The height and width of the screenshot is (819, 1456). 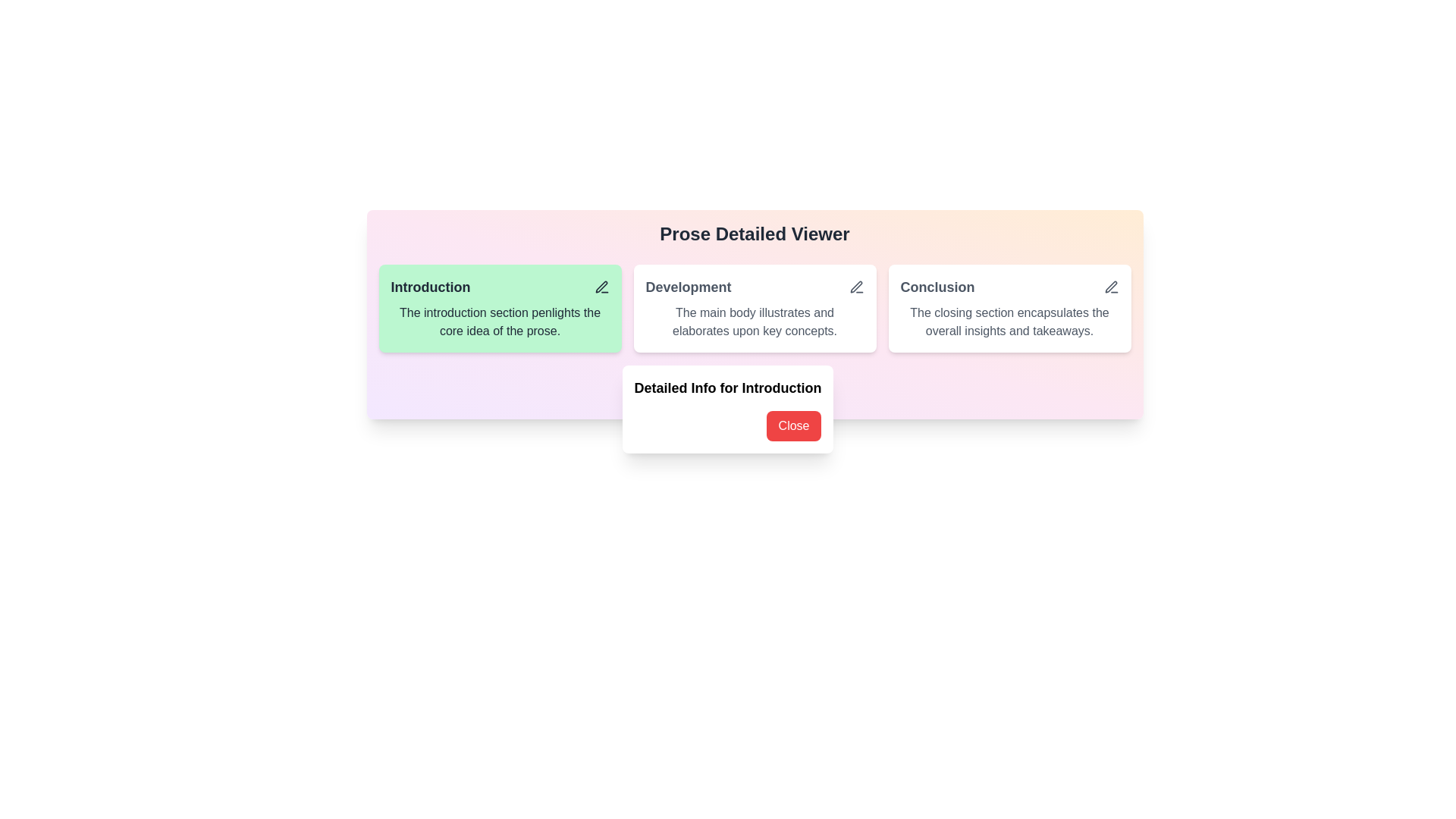 What do you see at coordinates (728, 426) in the screenshot?
I see `the prominent red 'Close' button with rounded corners` at bounding box center [728, 426].